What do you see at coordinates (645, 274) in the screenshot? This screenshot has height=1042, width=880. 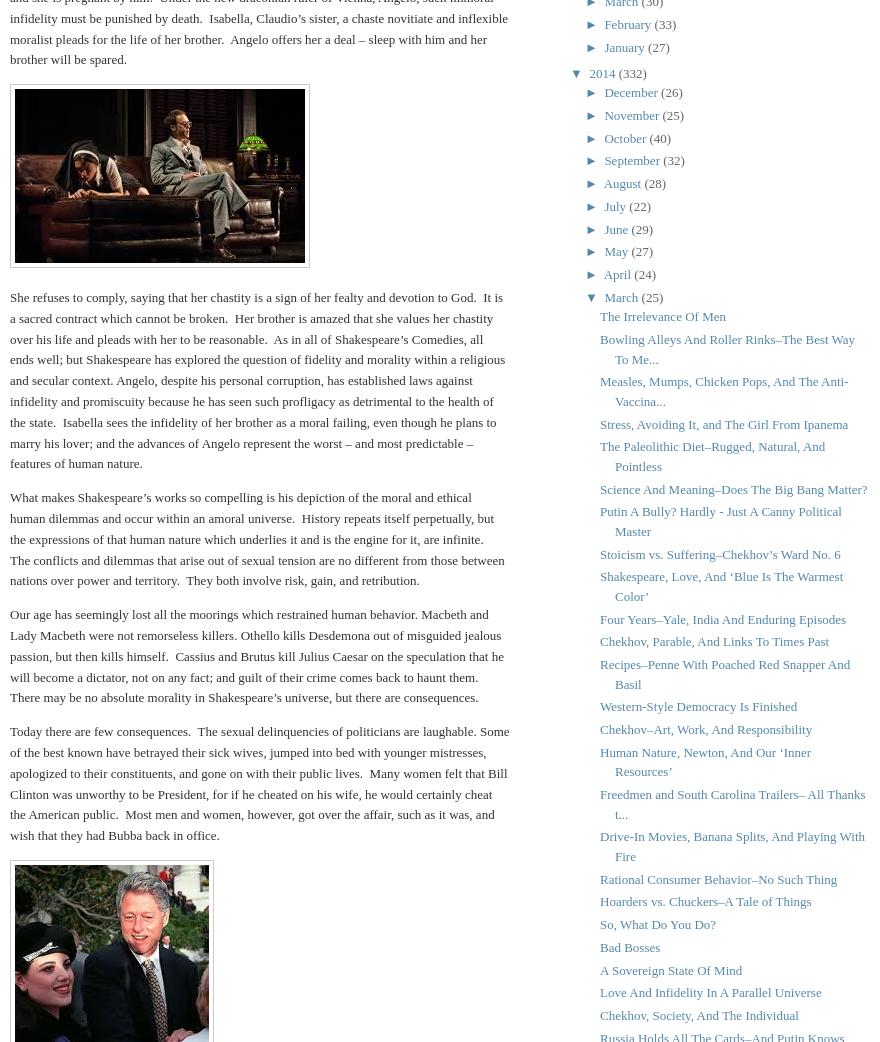 I see `'(24)'` at bounding box center [645, 274].